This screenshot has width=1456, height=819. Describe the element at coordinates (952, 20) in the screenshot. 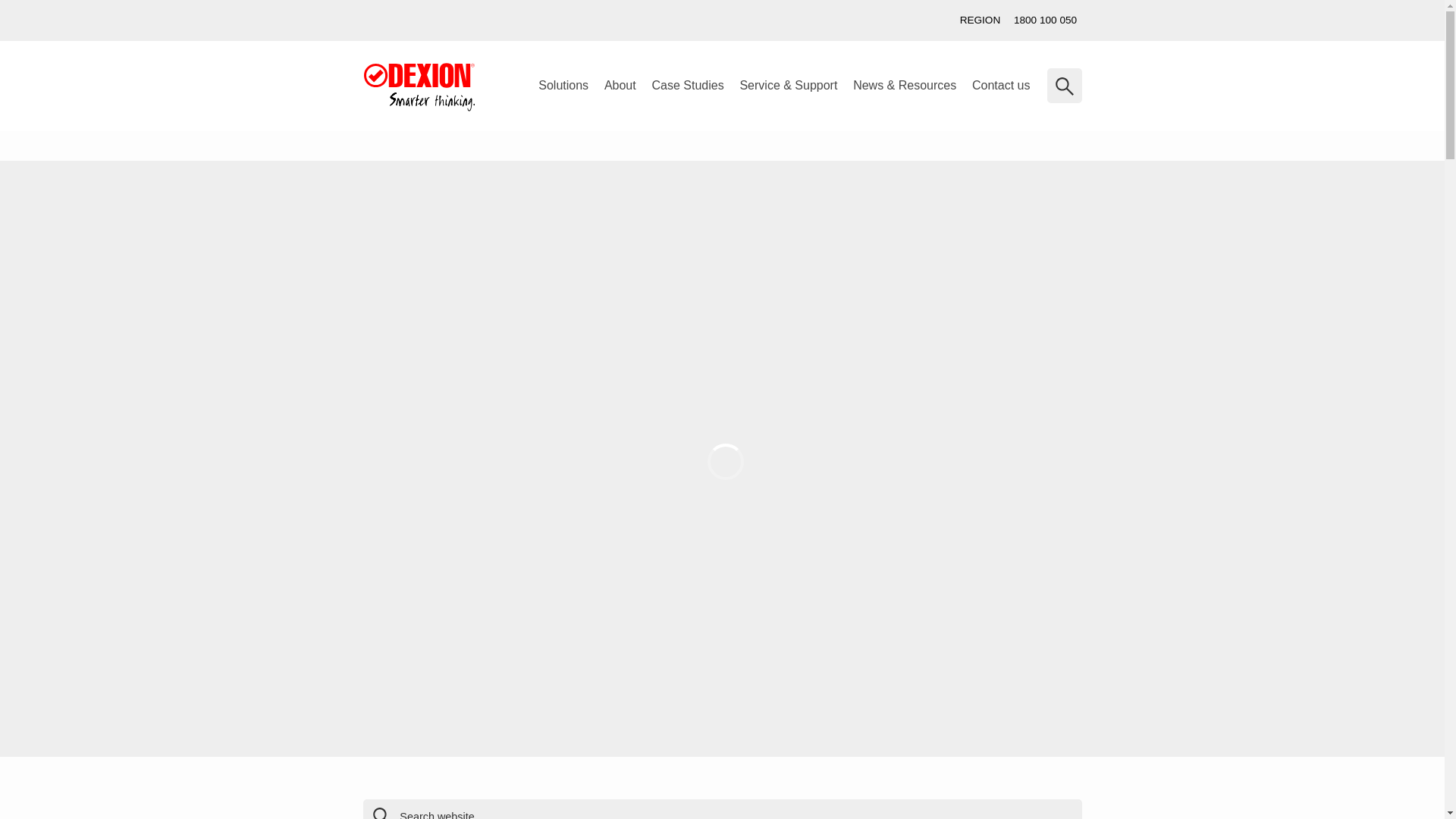

I see `'REGION'` at that location.